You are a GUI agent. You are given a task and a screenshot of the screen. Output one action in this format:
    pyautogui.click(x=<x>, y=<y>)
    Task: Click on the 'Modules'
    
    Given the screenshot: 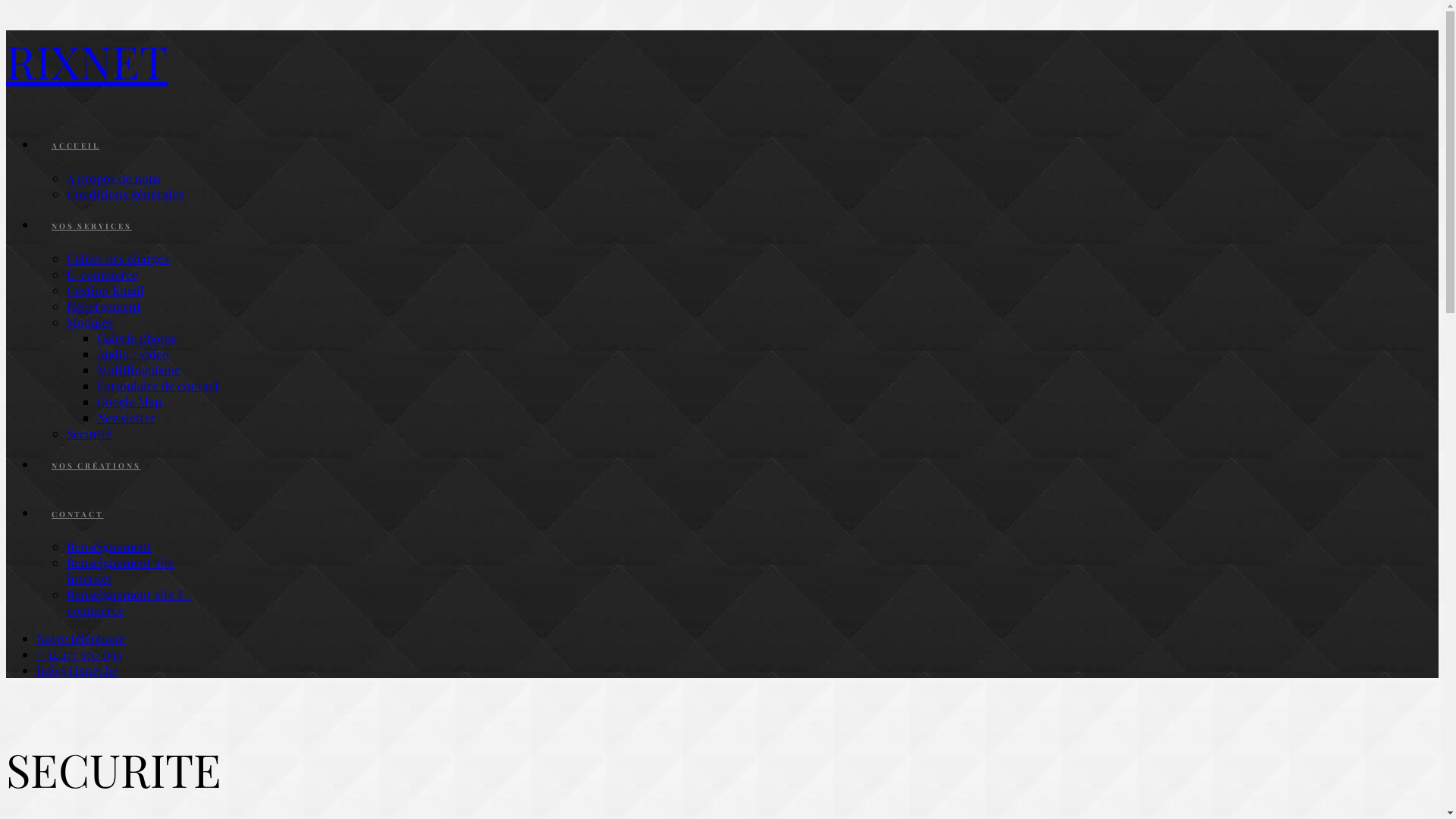 What is the action you would take?
    pyautogui.click(x=89, y=321)
    